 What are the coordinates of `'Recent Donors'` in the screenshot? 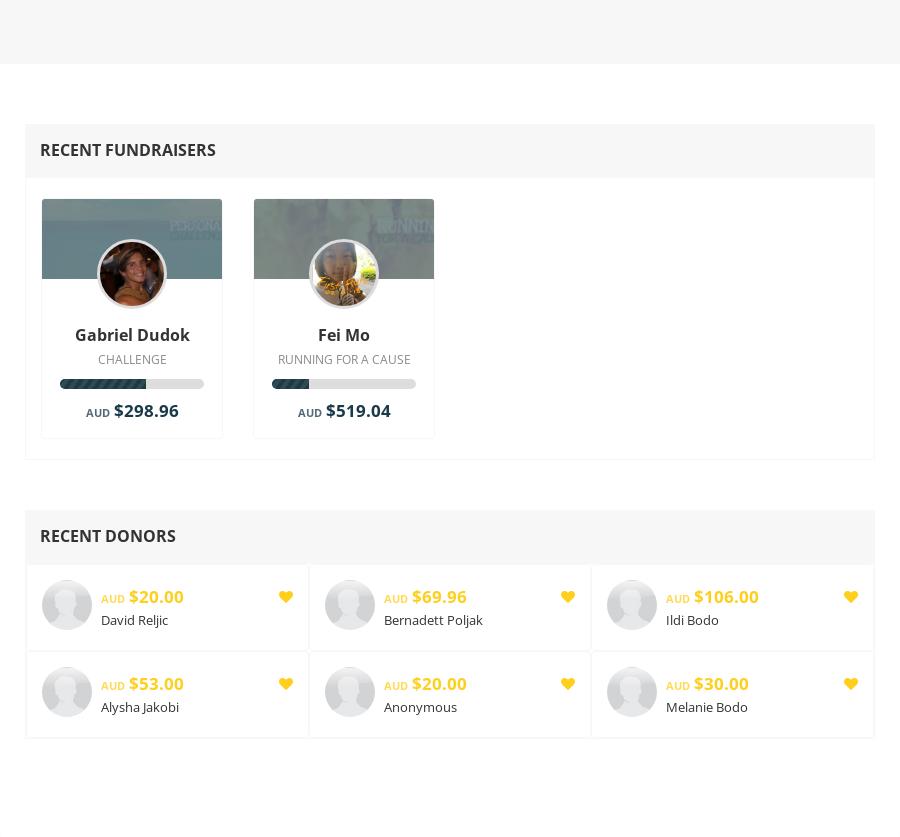 It's located at (38, 534).